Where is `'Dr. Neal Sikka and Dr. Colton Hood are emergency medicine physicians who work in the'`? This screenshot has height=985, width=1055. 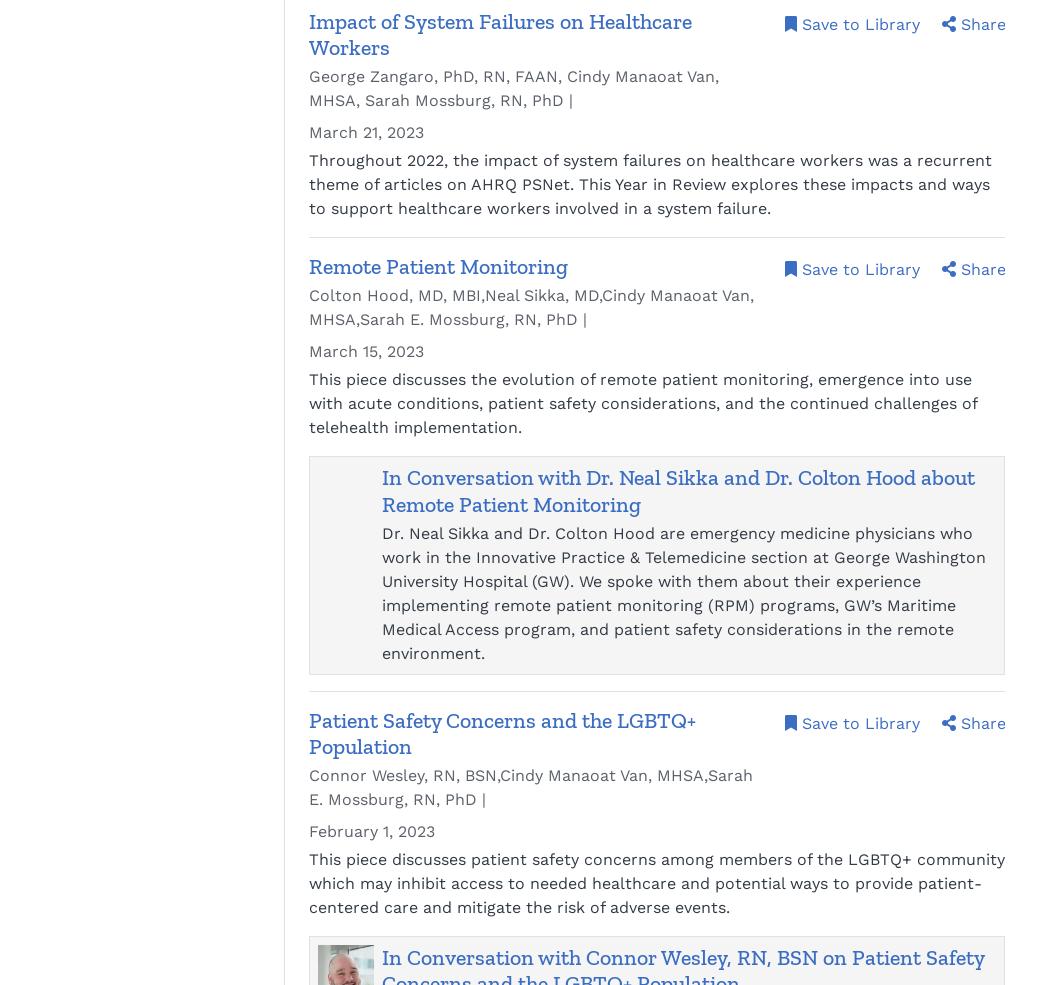
'Dr. Neal Sikka and Dr. Colton Hood are emergency medicine physicians who work in the' is located at coordinates (676, 544).